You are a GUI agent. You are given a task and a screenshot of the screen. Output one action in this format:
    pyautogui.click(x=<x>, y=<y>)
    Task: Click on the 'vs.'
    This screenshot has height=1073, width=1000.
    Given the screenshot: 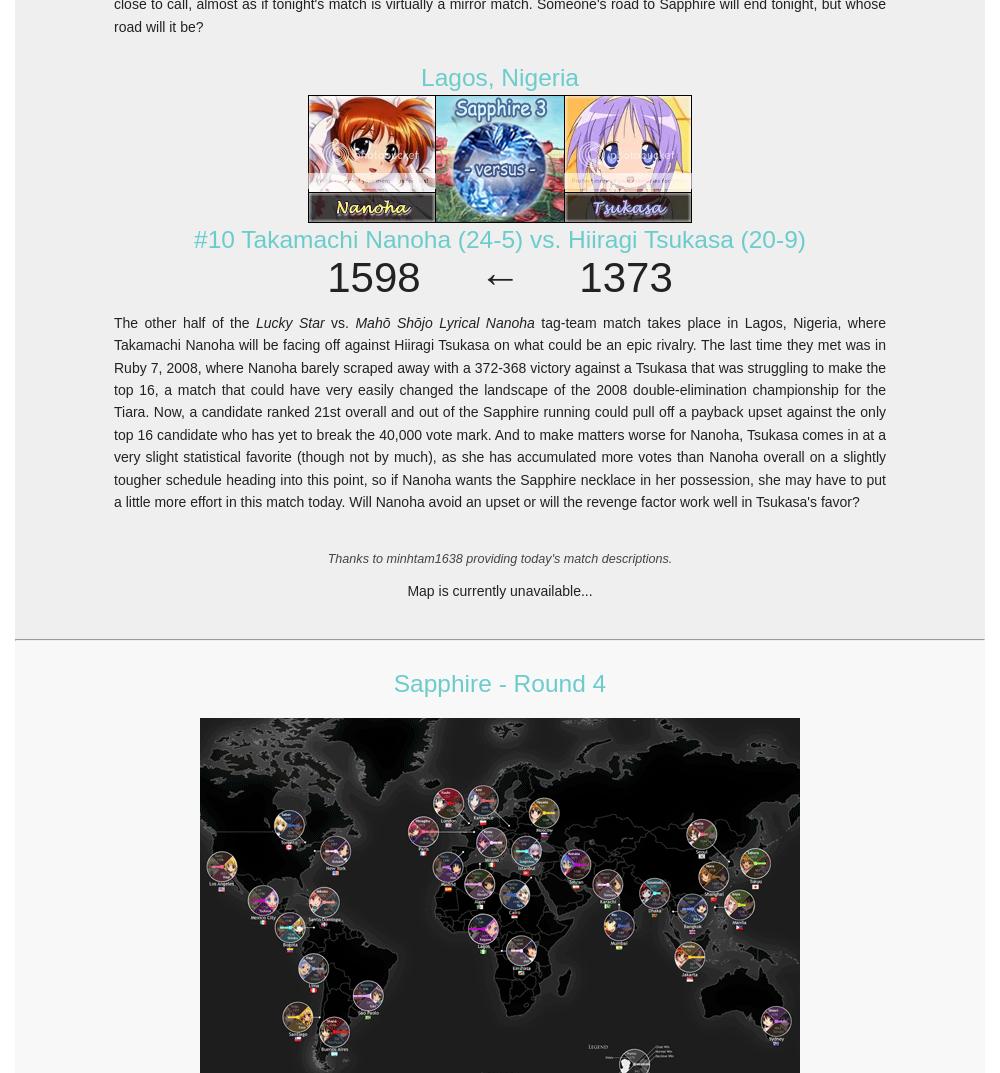 What is the action you would take?
    pyautogui.click(x=323, y=322)
    